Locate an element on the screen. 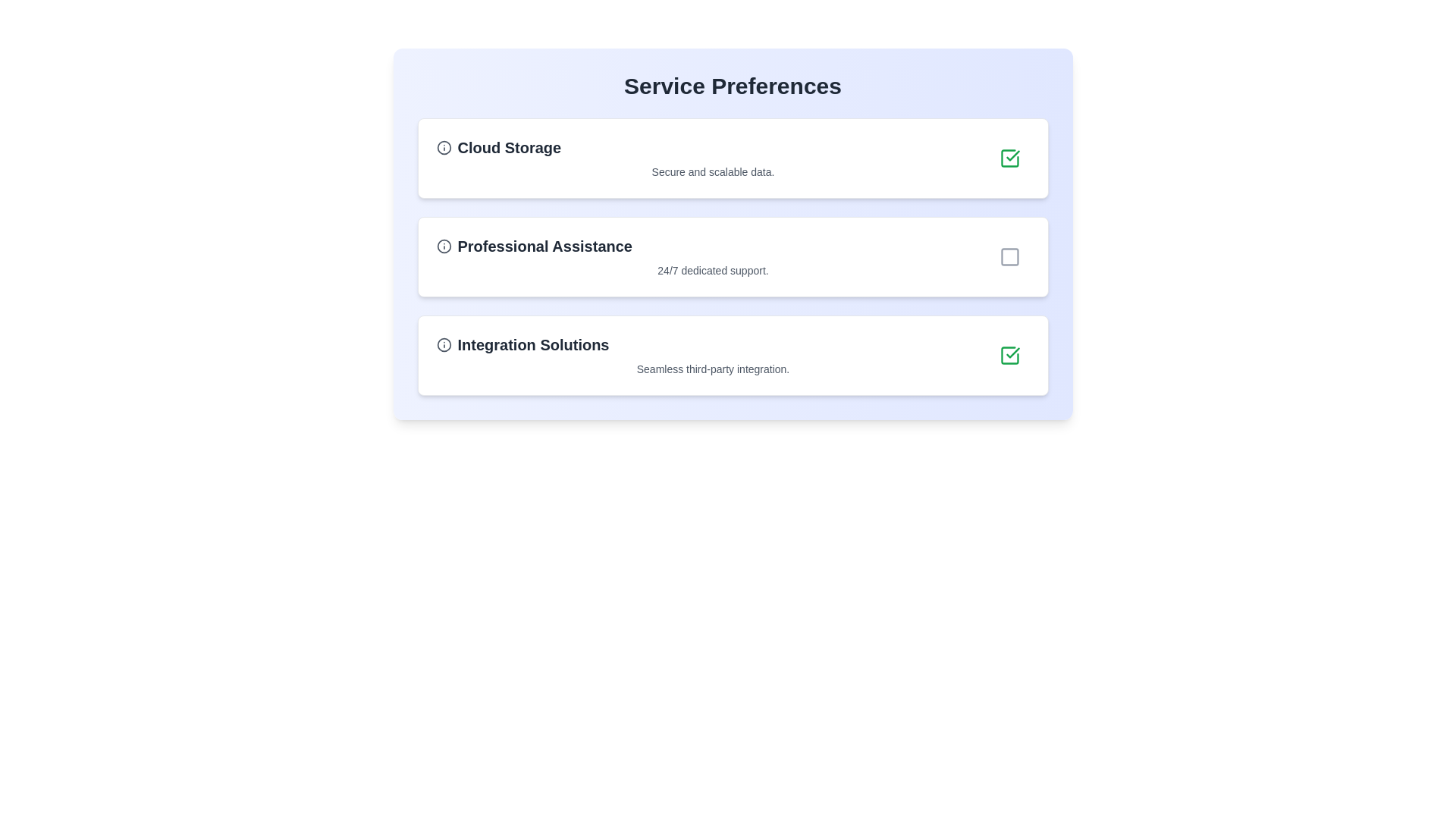  the state indication of the 'Cloud Storage' checkbox icon, which visually represents the selected state within the service preferences list is located at coordinates (1012, 353).